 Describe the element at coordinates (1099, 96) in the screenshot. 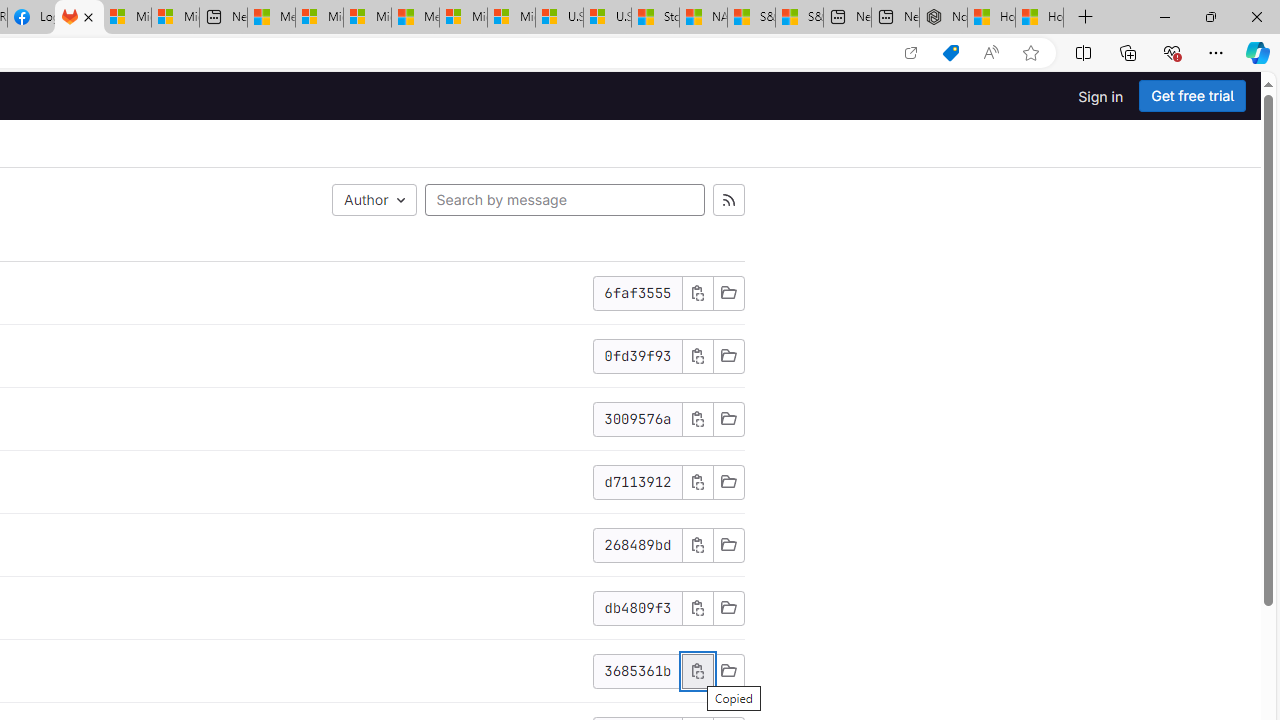

I see `'Sign in'` at that location.